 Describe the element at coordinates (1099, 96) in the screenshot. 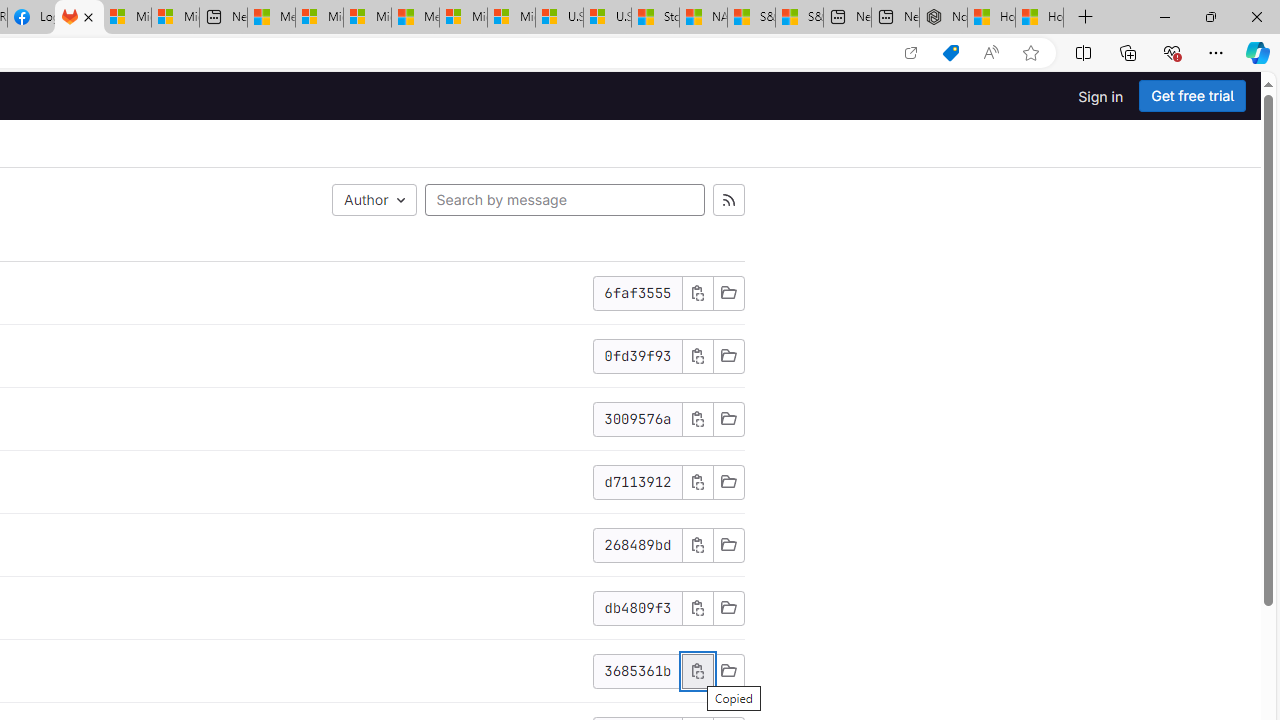

I see `'Sign in'` at that location.